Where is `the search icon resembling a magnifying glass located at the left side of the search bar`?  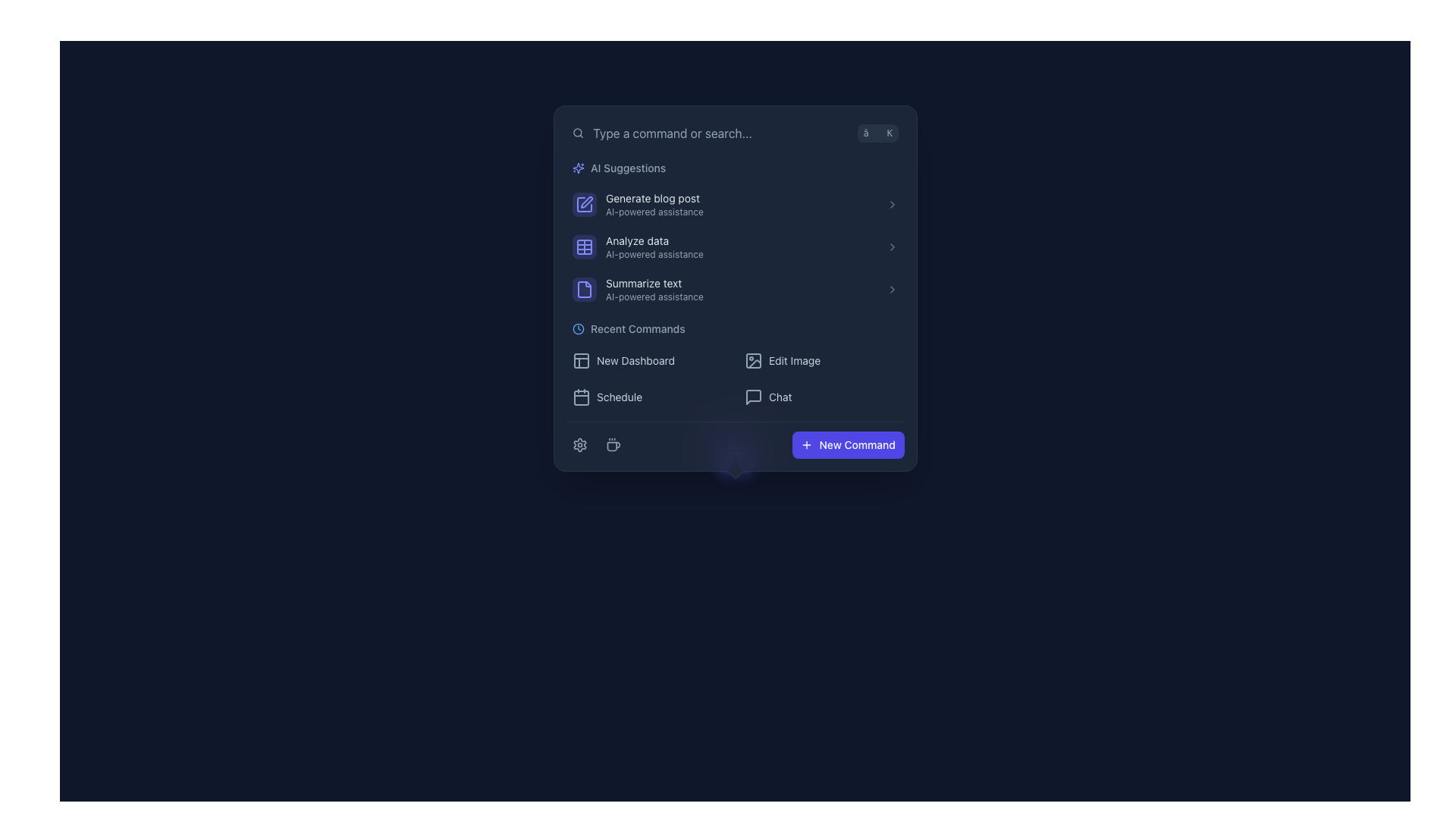
the search icon resembling a magnifying glass located at the left side of the search bar is located at coordinates (577, 133).